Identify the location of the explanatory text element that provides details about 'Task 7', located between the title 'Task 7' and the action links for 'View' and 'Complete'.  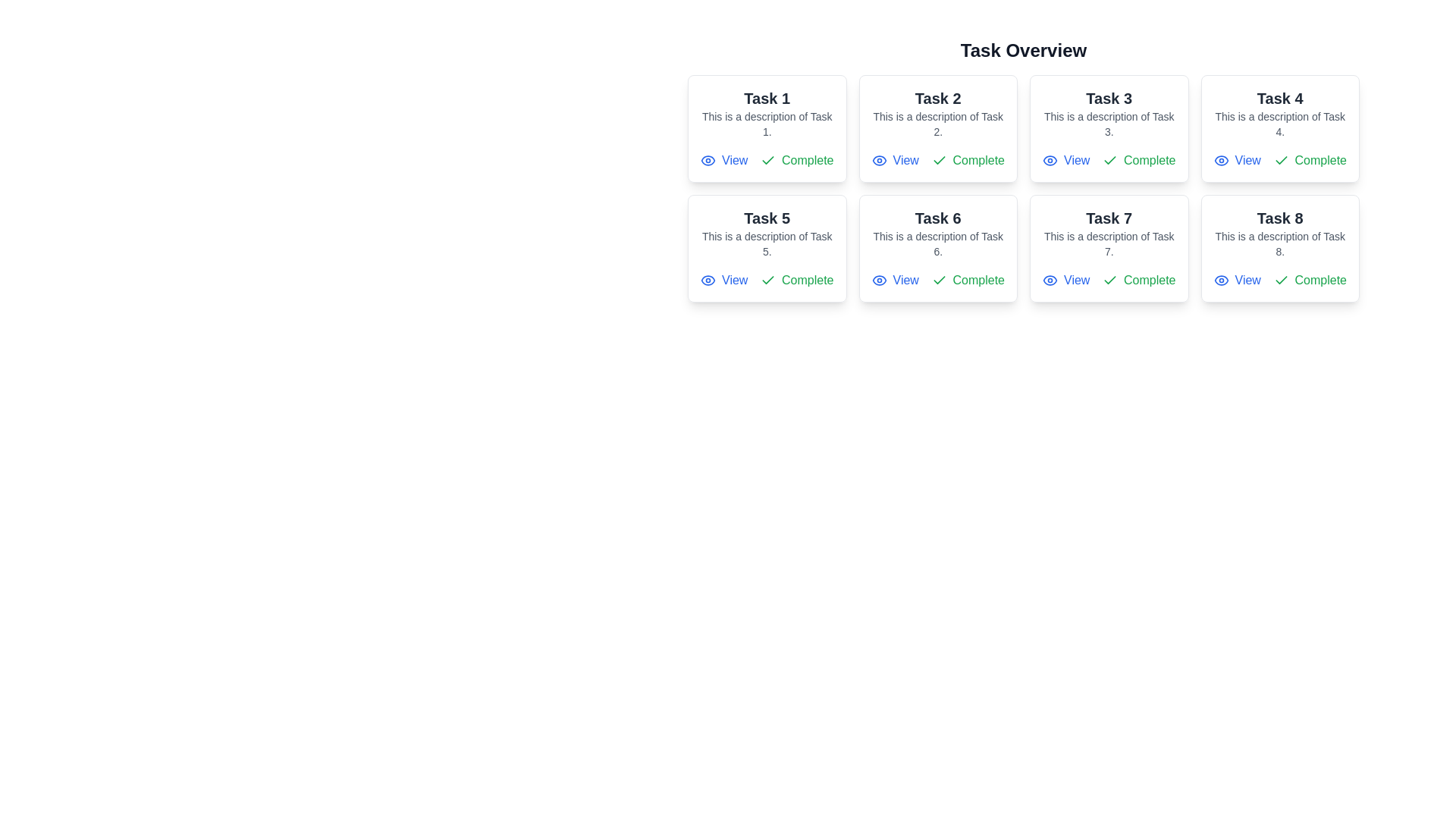
(1109, 243).